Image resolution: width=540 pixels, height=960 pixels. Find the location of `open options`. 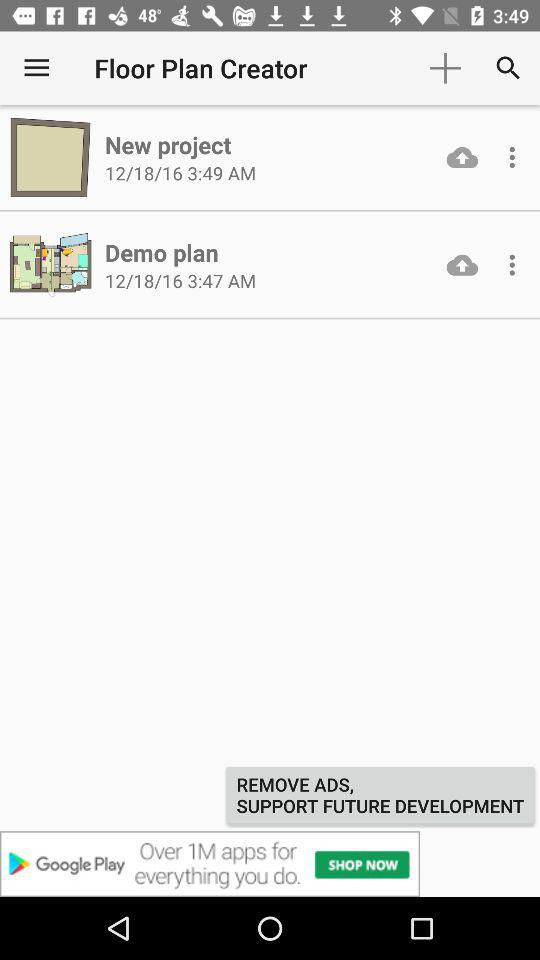

open options is located at coordinates (512, 264).